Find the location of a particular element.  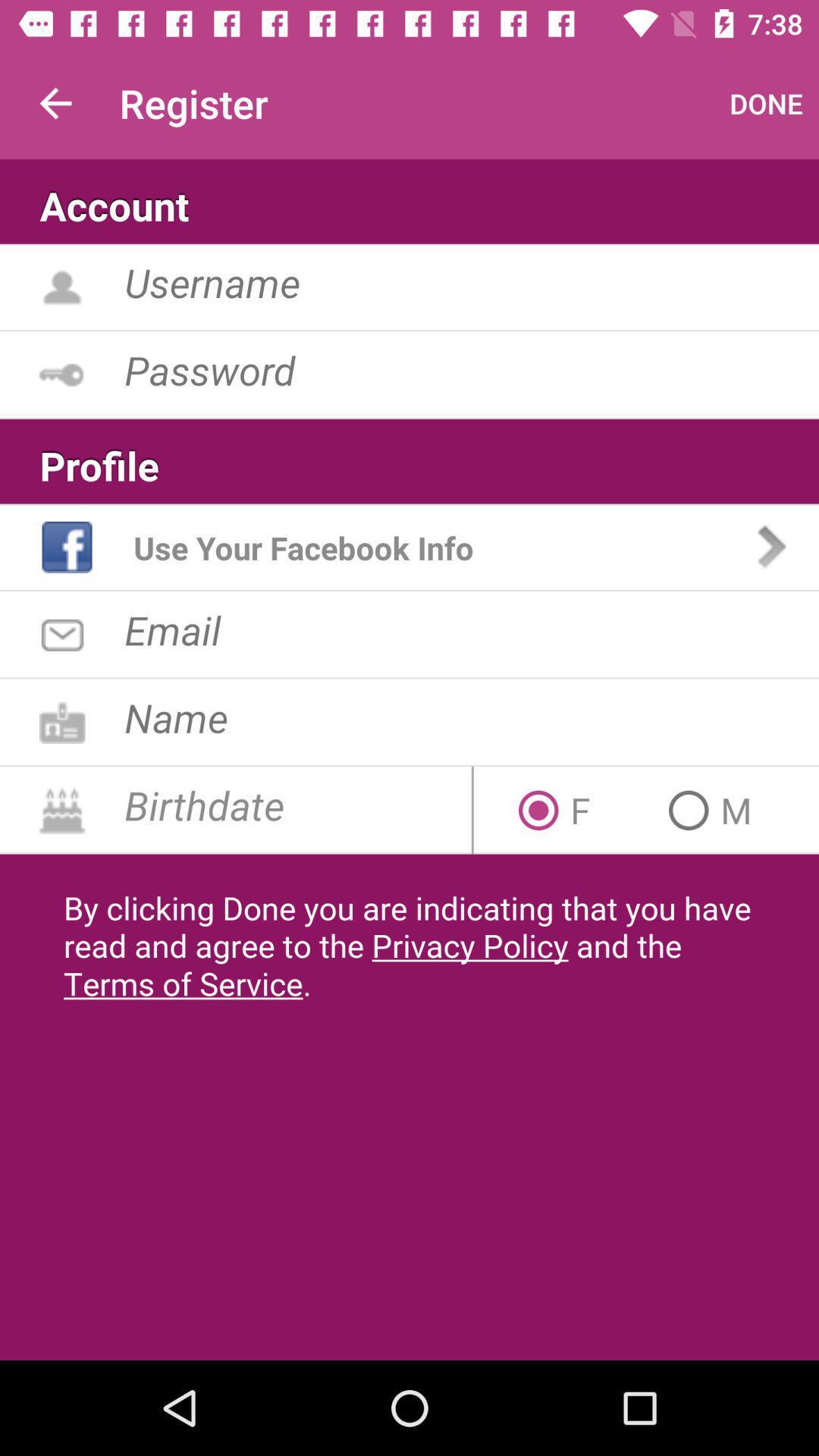

username is located at coordinates (471, 282).